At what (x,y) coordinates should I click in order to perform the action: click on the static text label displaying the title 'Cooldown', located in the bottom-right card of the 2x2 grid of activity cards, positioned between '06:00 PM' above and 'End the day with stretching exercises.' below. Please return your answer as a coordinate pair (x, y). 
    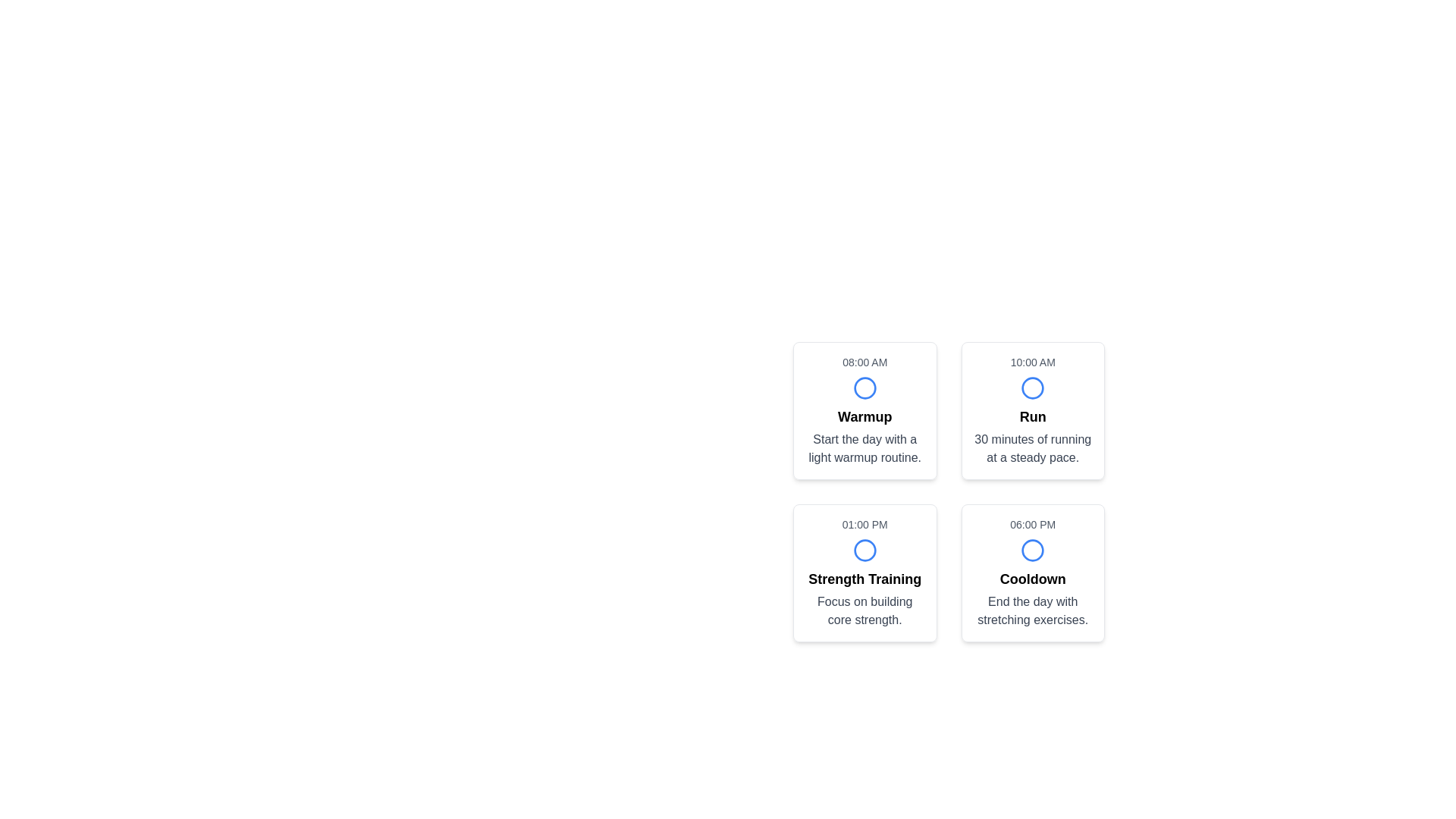
    Looking at the image, I should click on (1032, 579).